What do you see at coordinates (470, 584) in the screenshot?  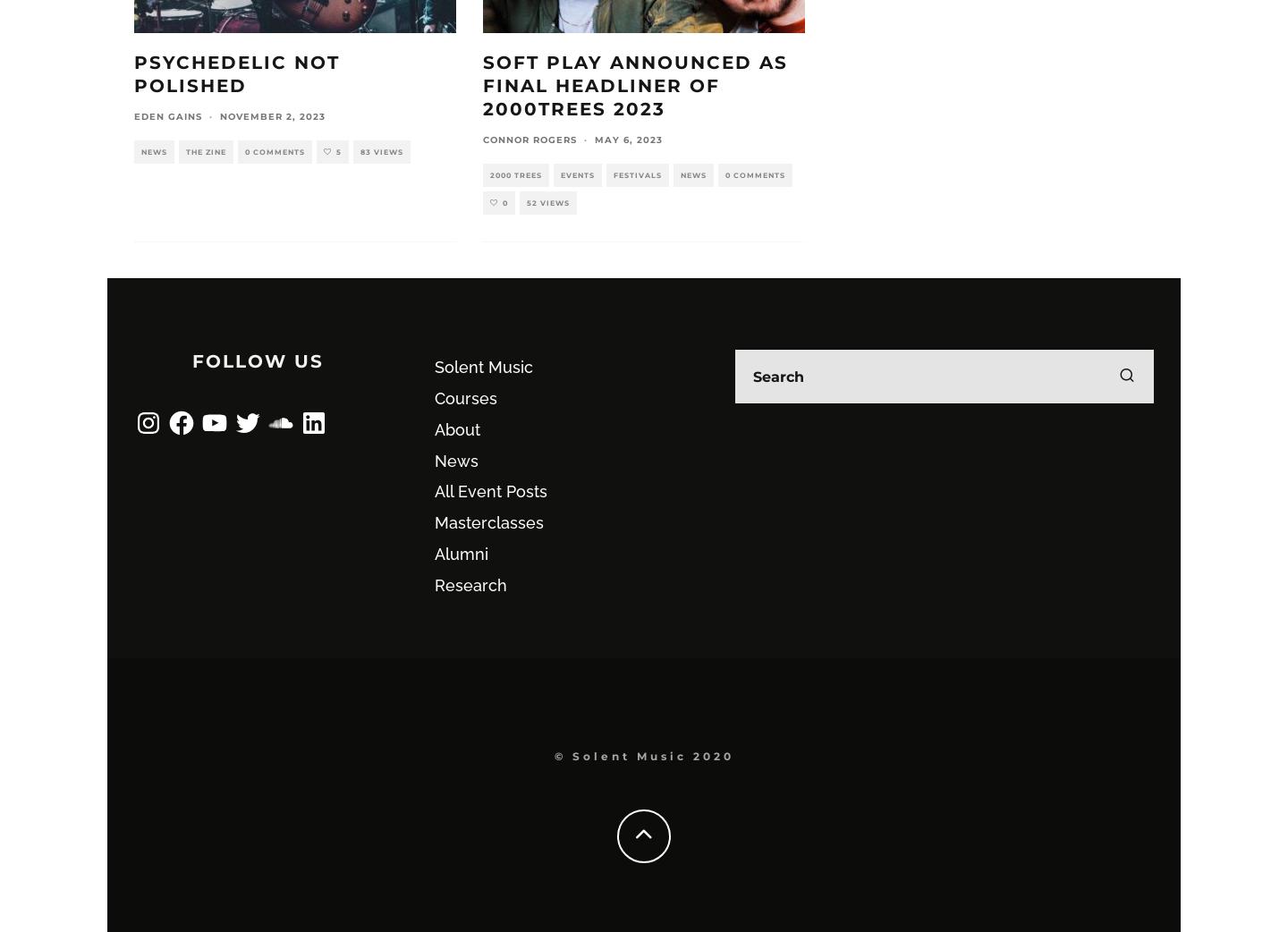 I see `'Research'` at bounding box center [470, 584].